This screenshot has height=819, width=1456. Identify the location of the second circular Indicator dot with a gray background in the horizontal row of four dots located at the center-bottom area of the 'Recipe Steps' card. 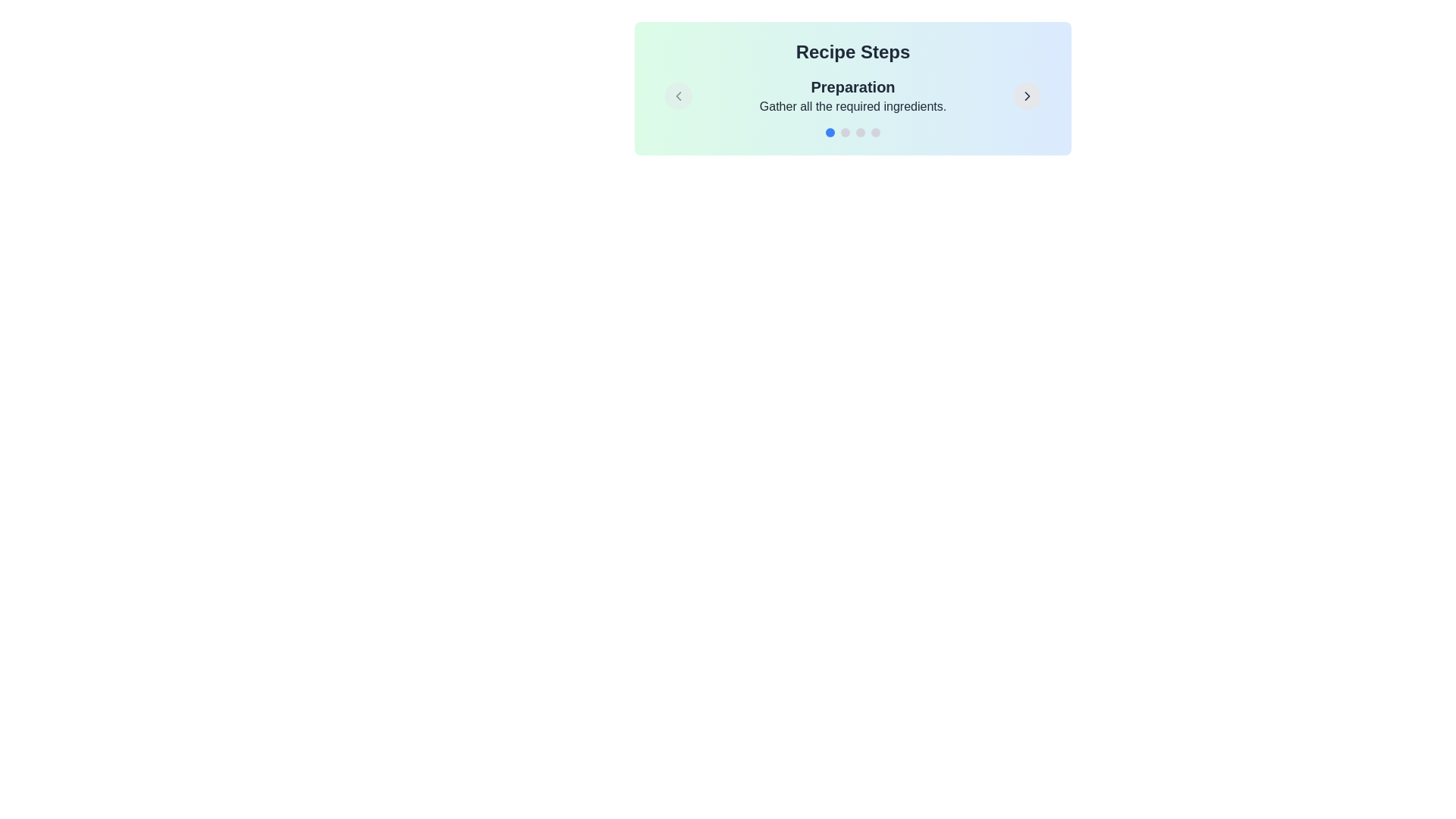
(844, 131).